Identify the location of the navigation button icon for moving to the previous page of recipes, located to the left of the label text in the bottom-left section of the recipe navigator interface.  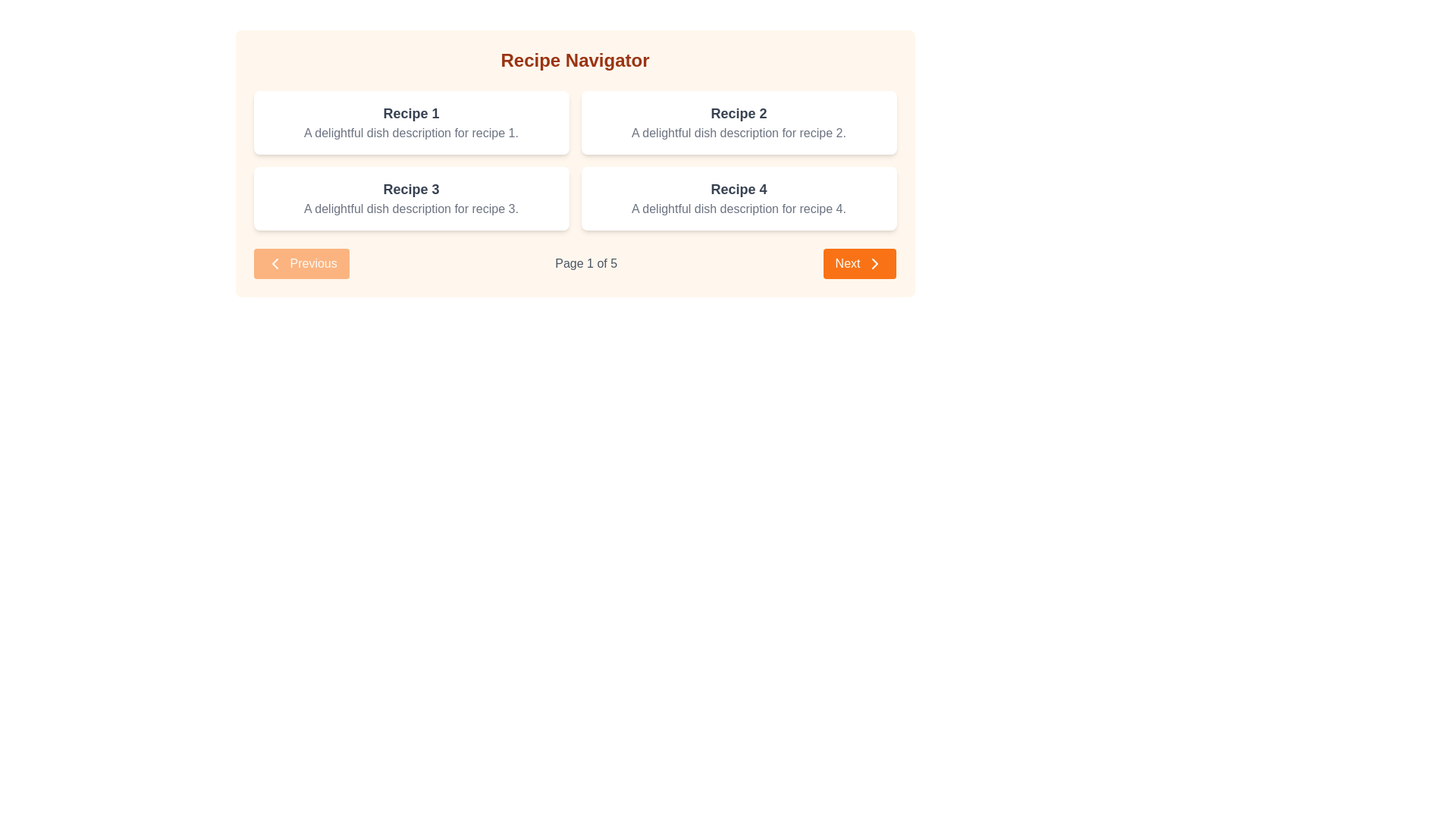
(275, 262).